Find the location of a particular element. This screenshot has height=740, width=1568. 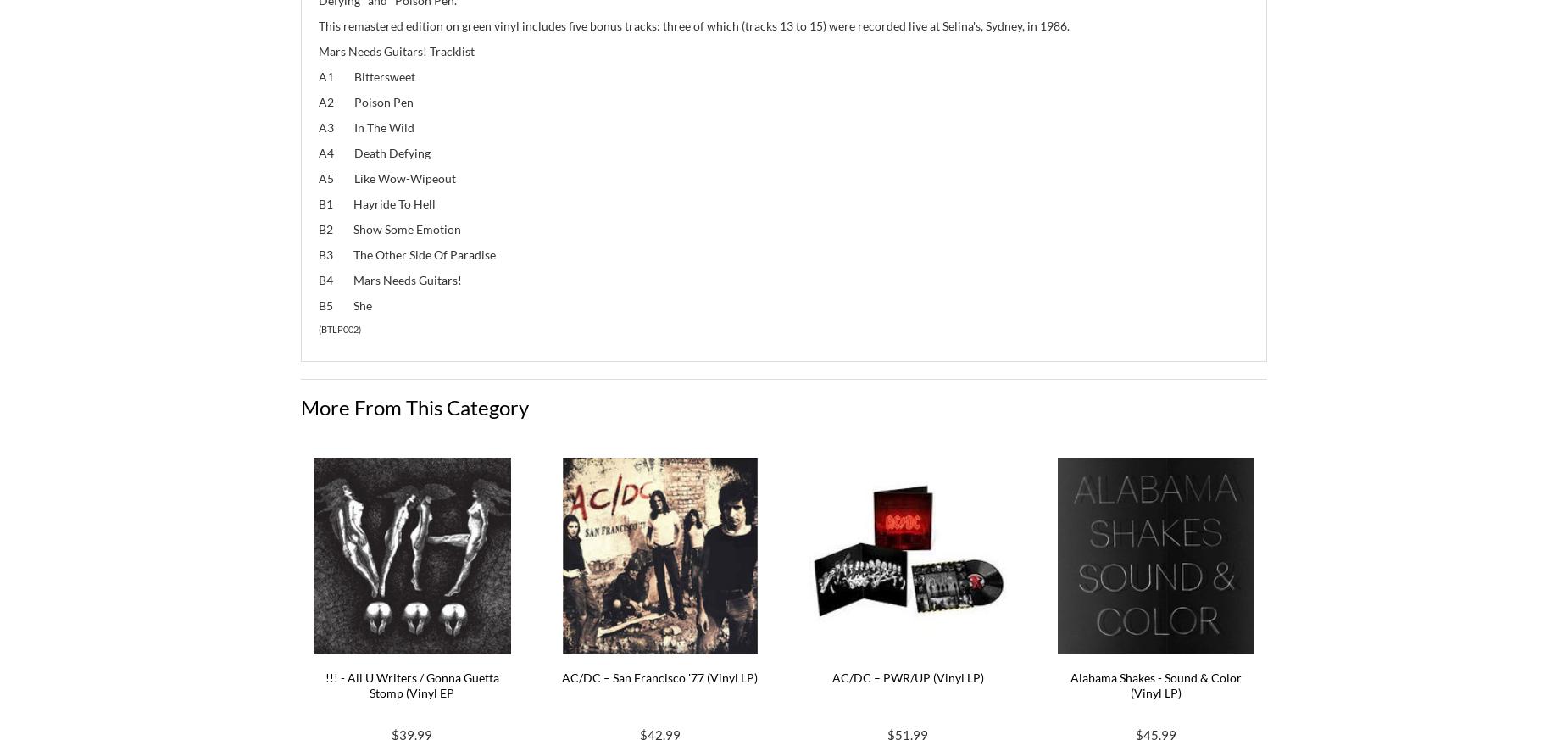

'AC/DC ‎– San Francisco '77 (Vinyl LP)' is located at coordinates (659, 677).